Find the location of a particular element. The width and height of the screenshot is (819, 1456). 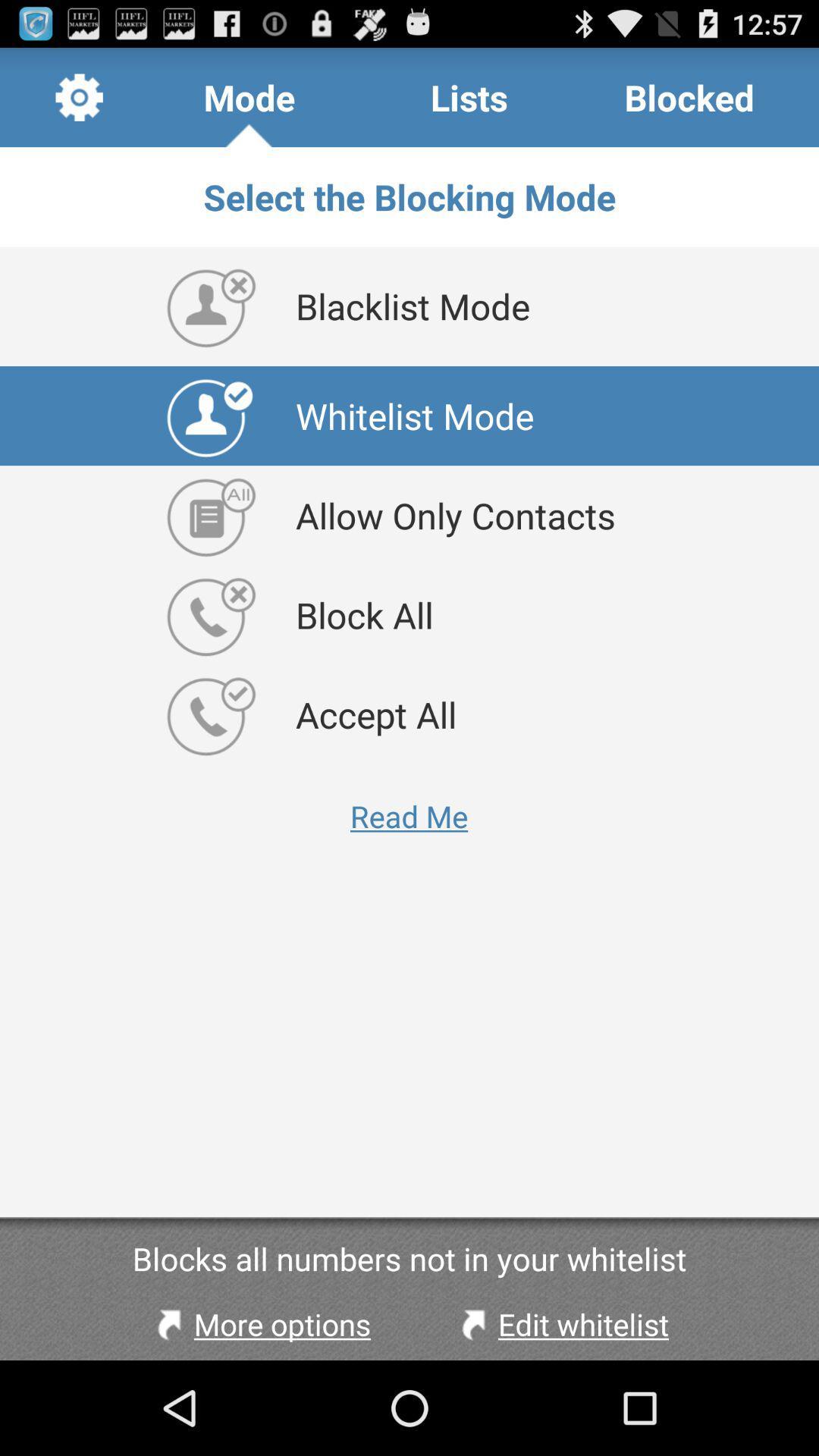

more options item is located at coordinates (259, 1323).